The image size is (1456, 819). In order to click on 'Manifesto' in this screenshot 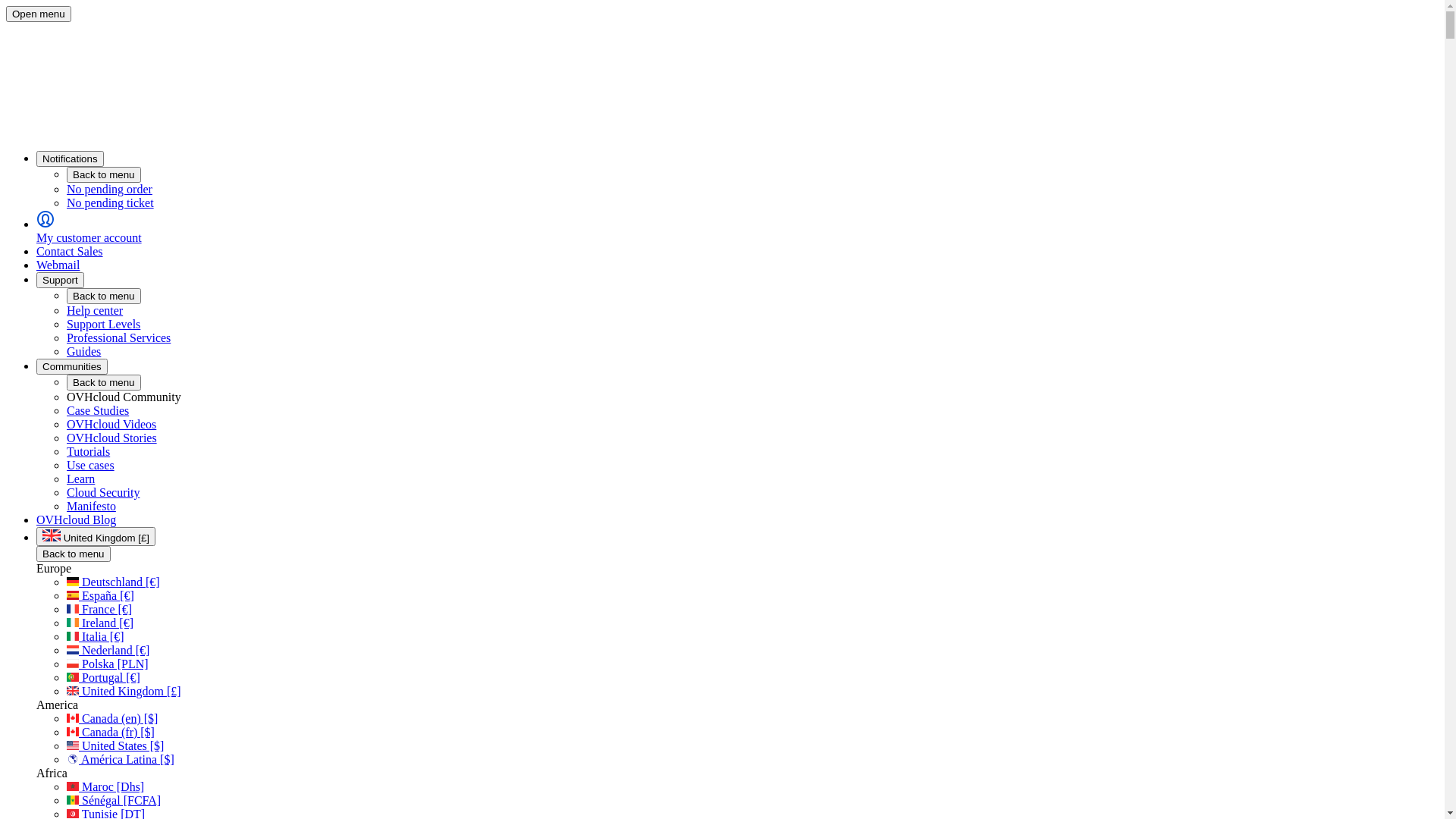, I will do `click(65, 506)`.